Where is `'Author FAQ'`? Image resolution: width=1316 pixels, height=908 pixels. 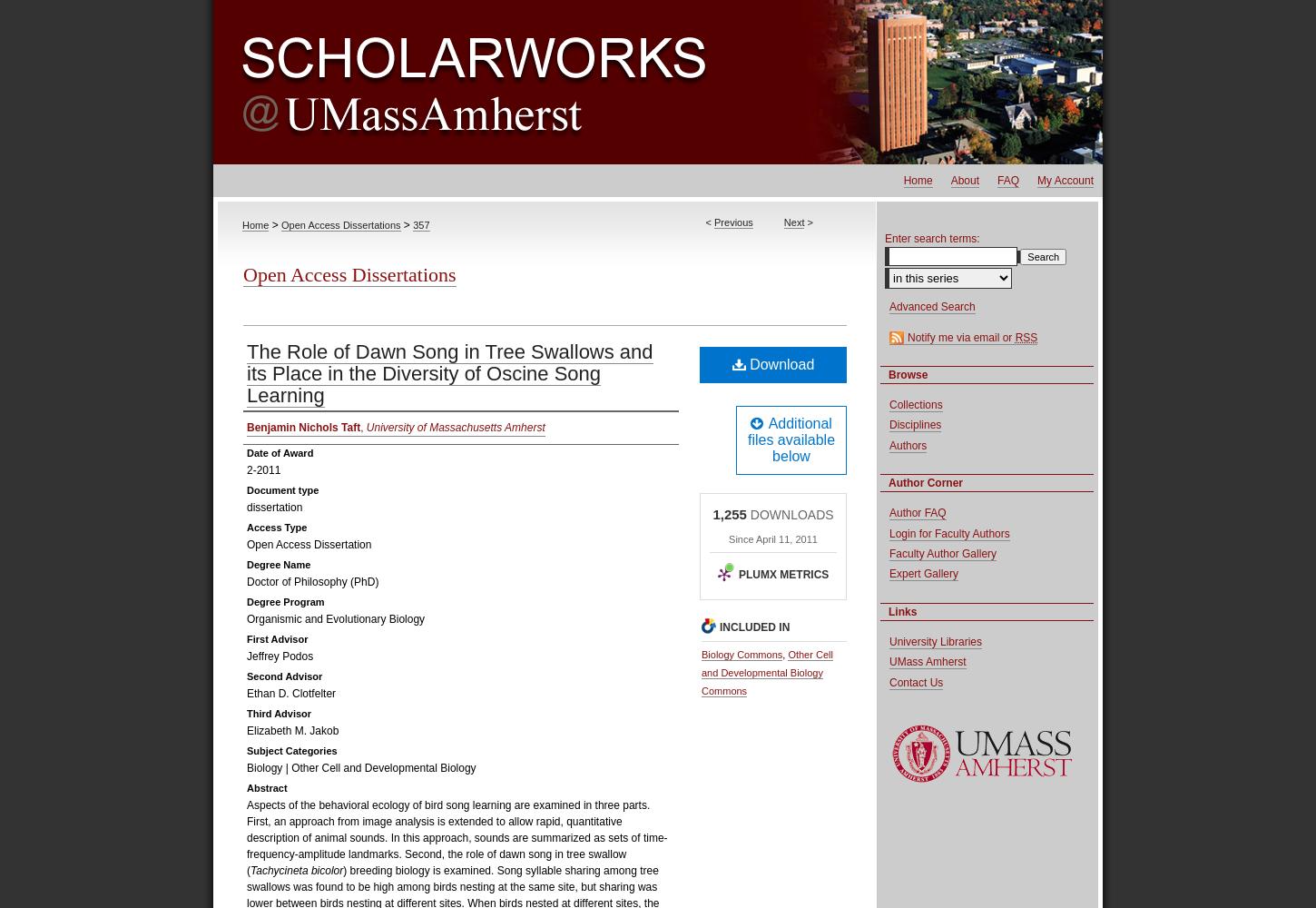
'Author FAQ' is located at coordinates (917, 512).